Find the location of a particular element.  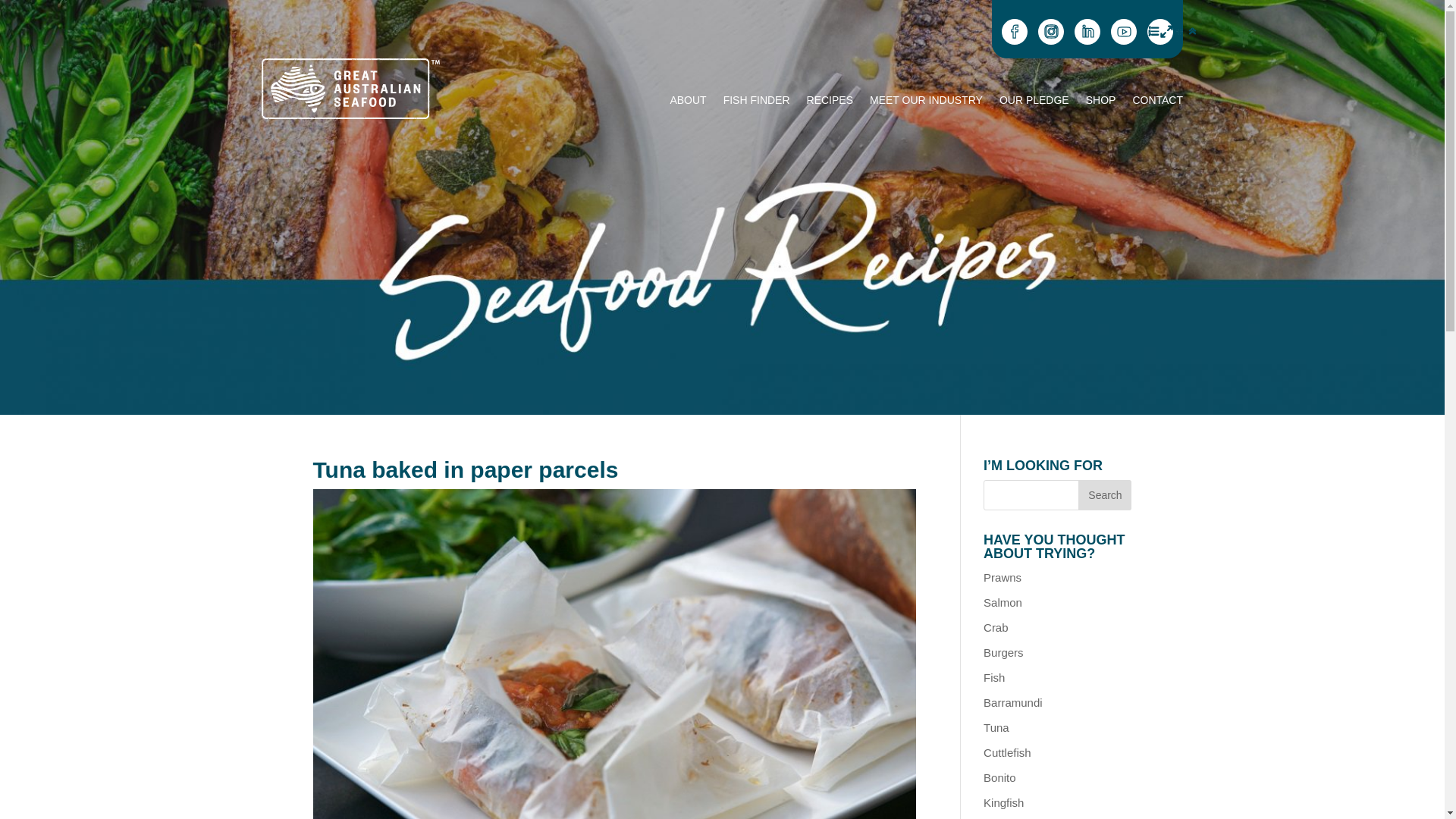

'Kingfish' is located at coordinates (1003, 802).